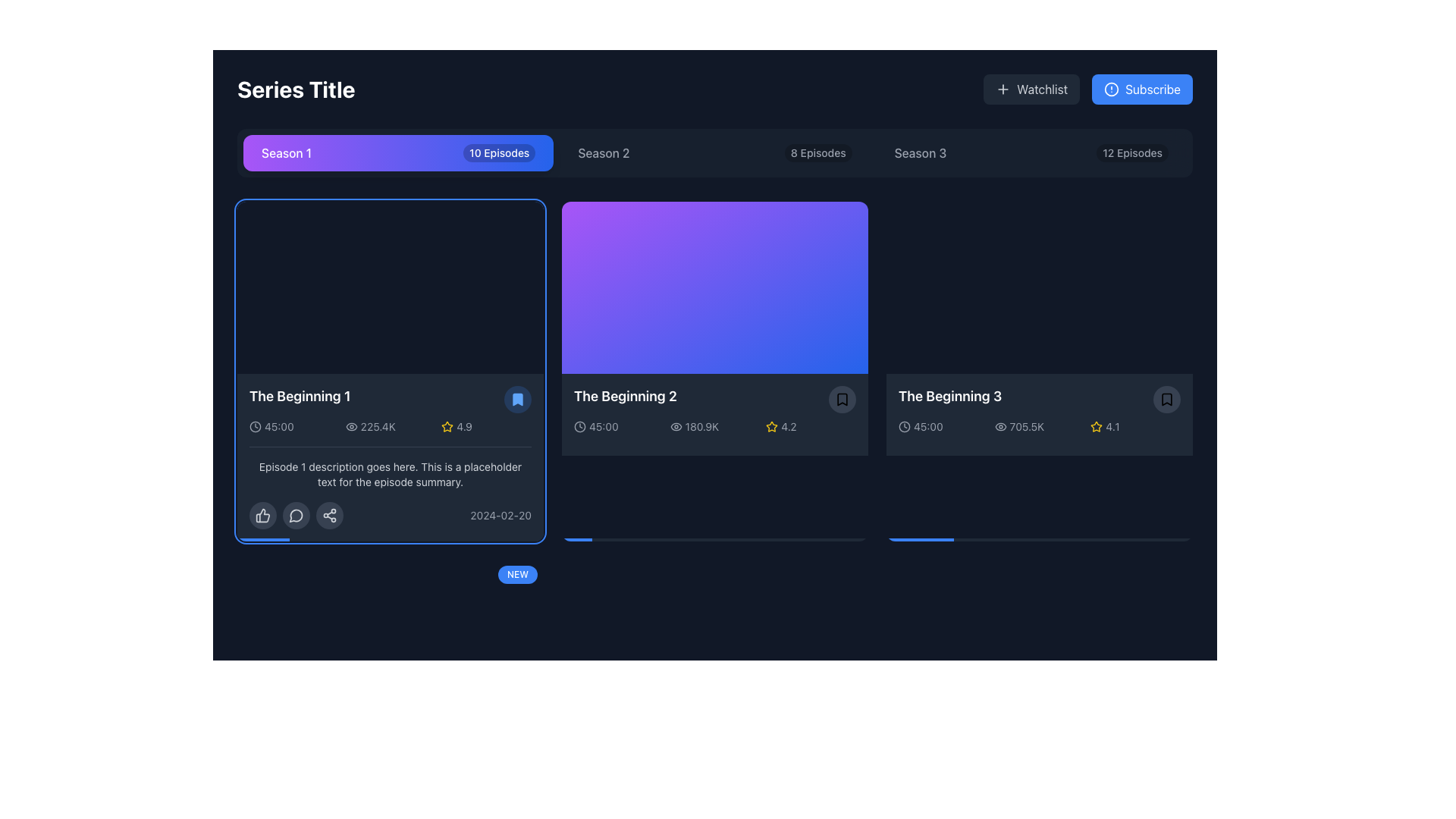  Describe the element at coordinates (296, 514) in the screenshot. I see `the circular gray speech bubble icon located at the bottom-left of the 'The Beginning 1' card` at that location.